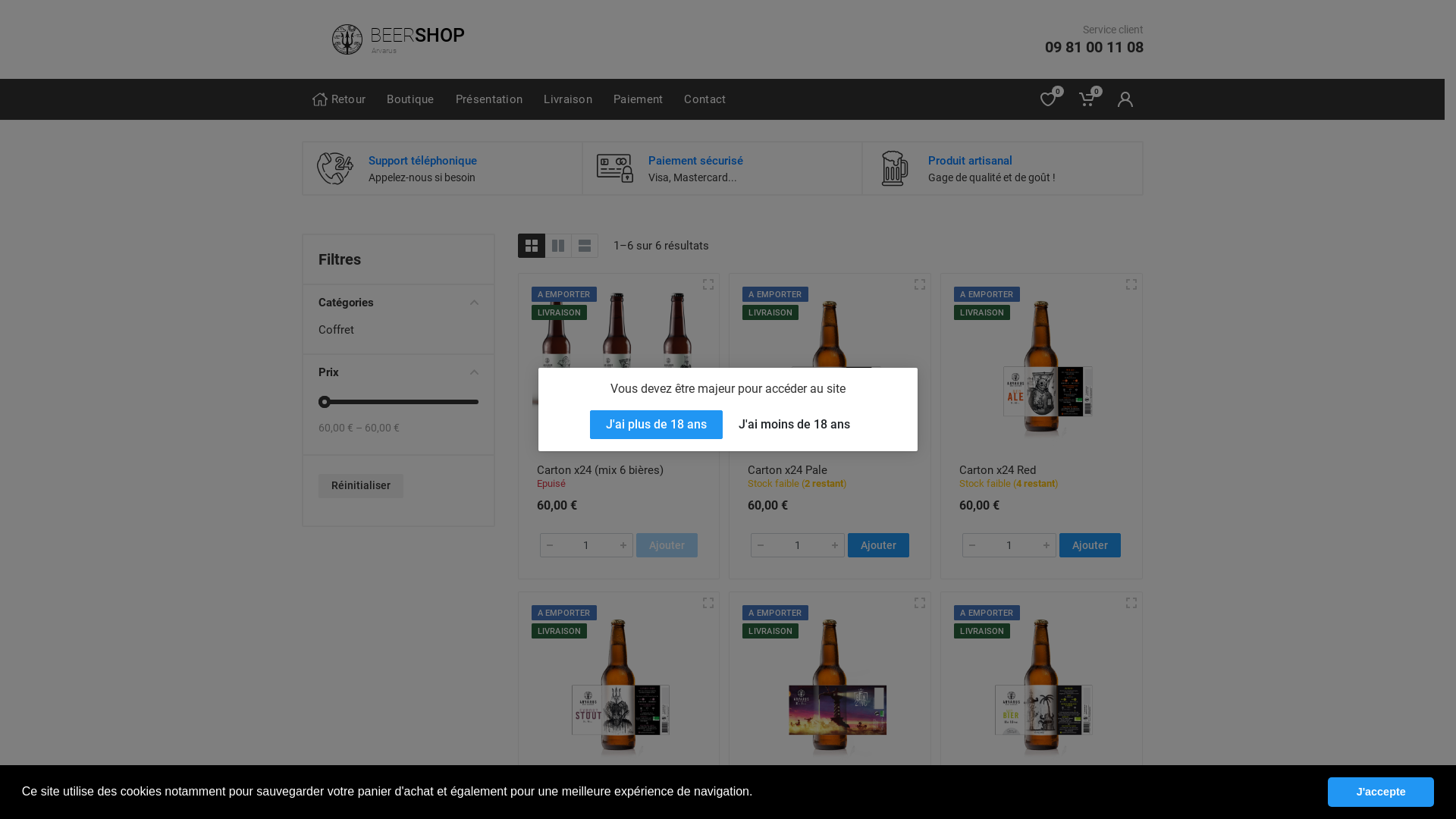 This screenshot has height=819, width=1456. Describe the element at coordinates (516, 245) in the screenshot. I see `'Grille'` at that location.